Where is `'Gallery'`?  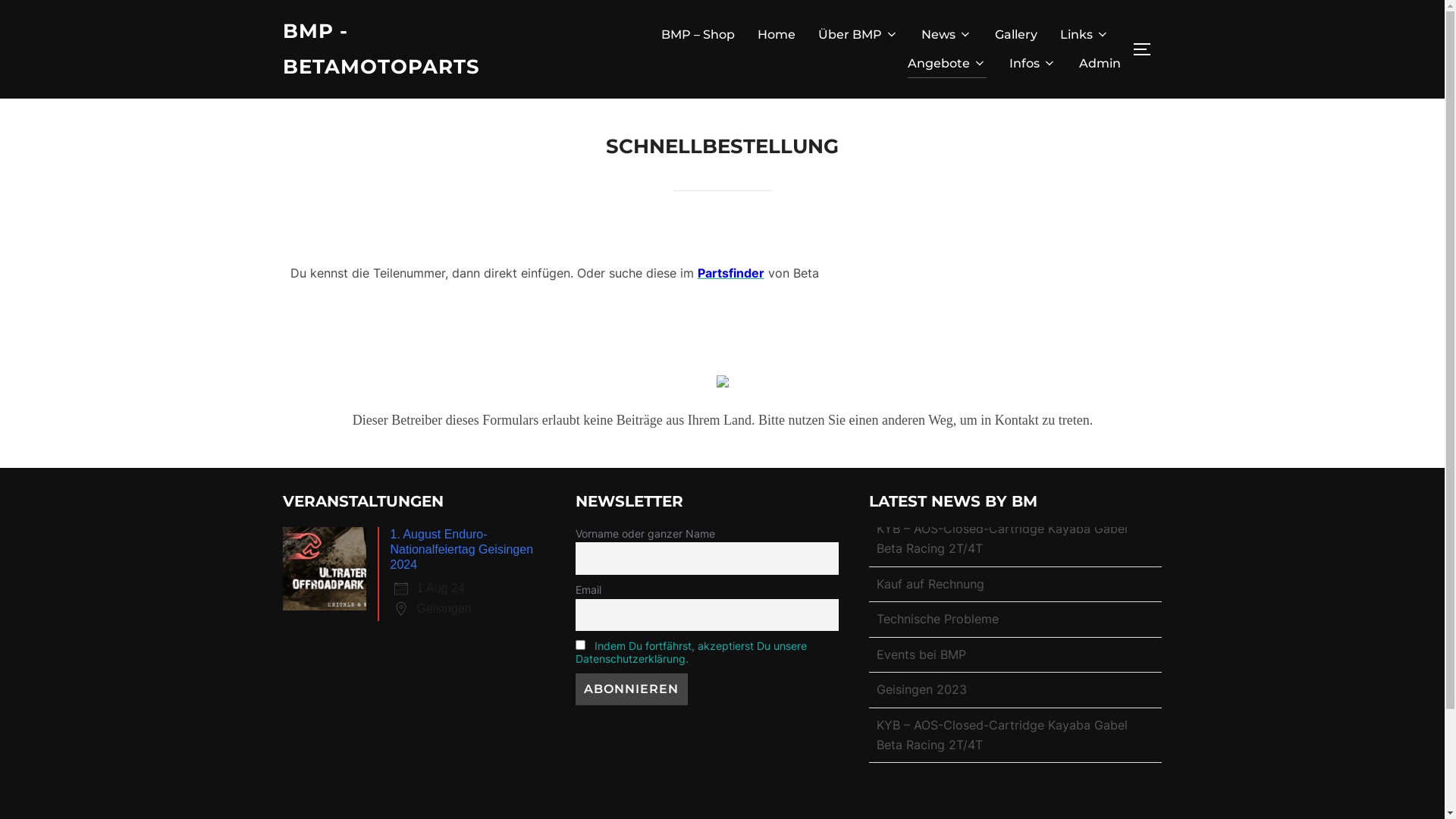
'Gallery' is located at coordinates (1015, 34).